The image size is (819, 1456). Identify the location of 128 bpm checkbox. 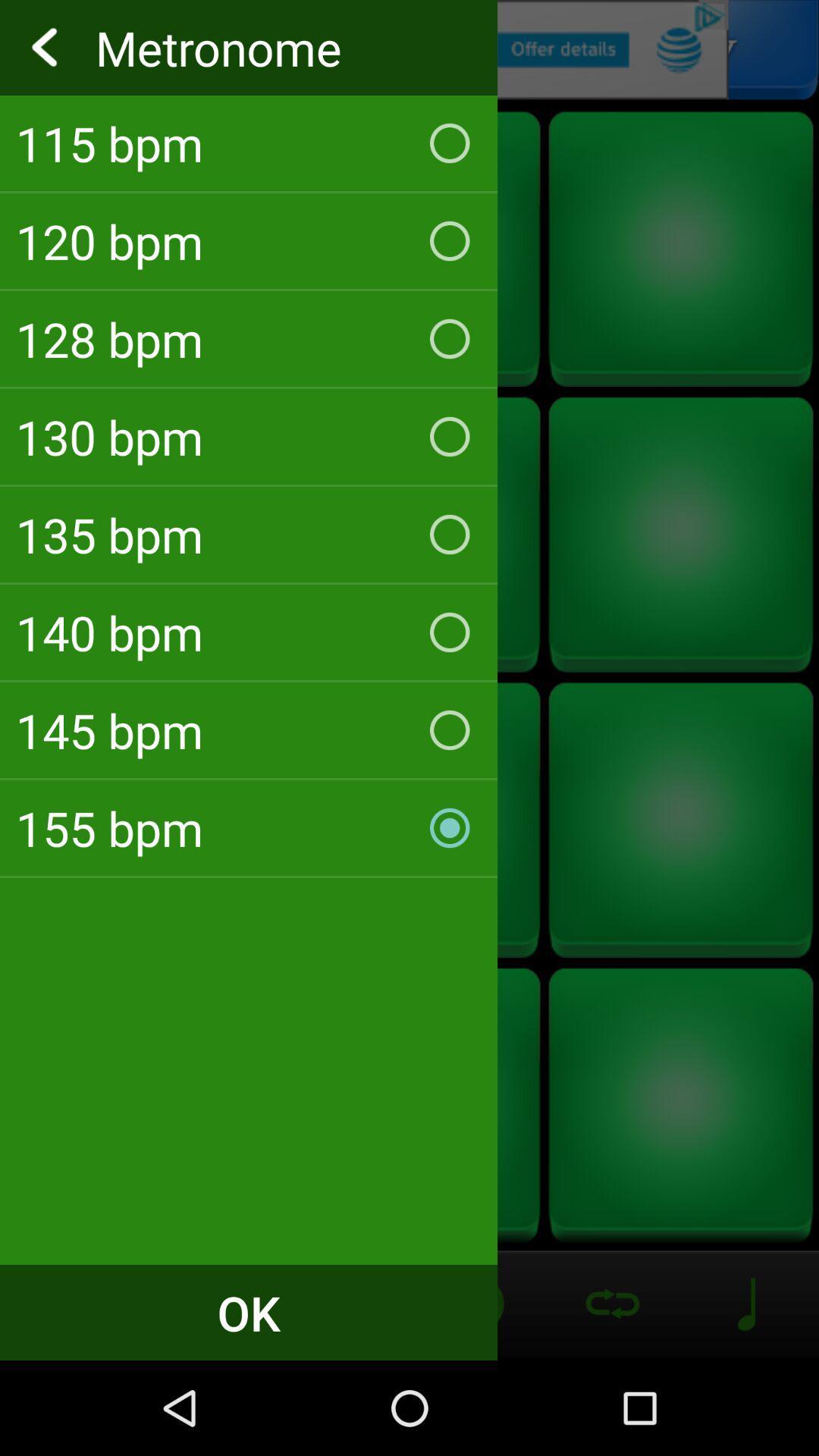
(248, 337).